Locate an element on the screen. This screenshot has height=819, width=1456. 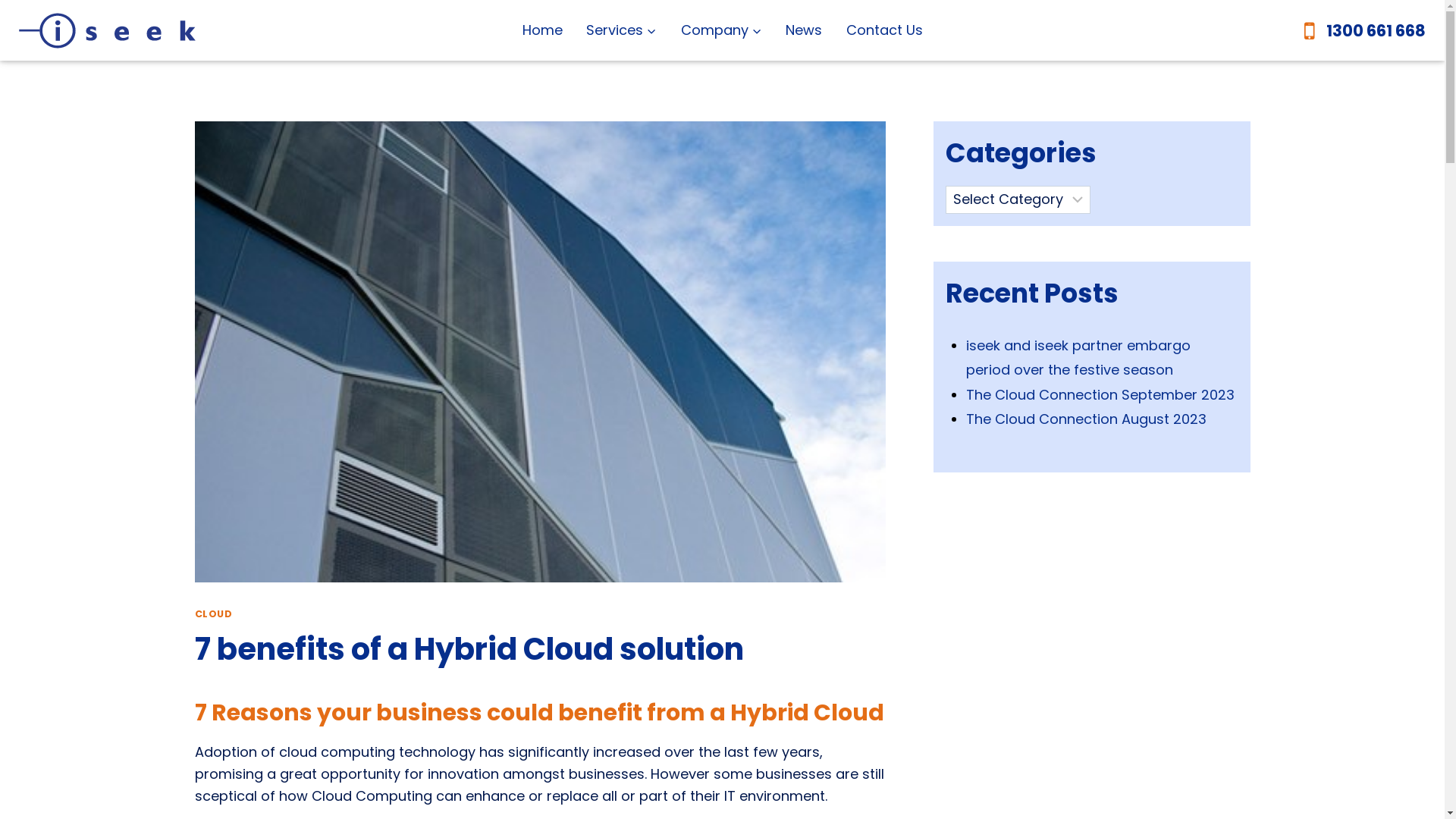
'Home' is located at coordinates (542, 30).